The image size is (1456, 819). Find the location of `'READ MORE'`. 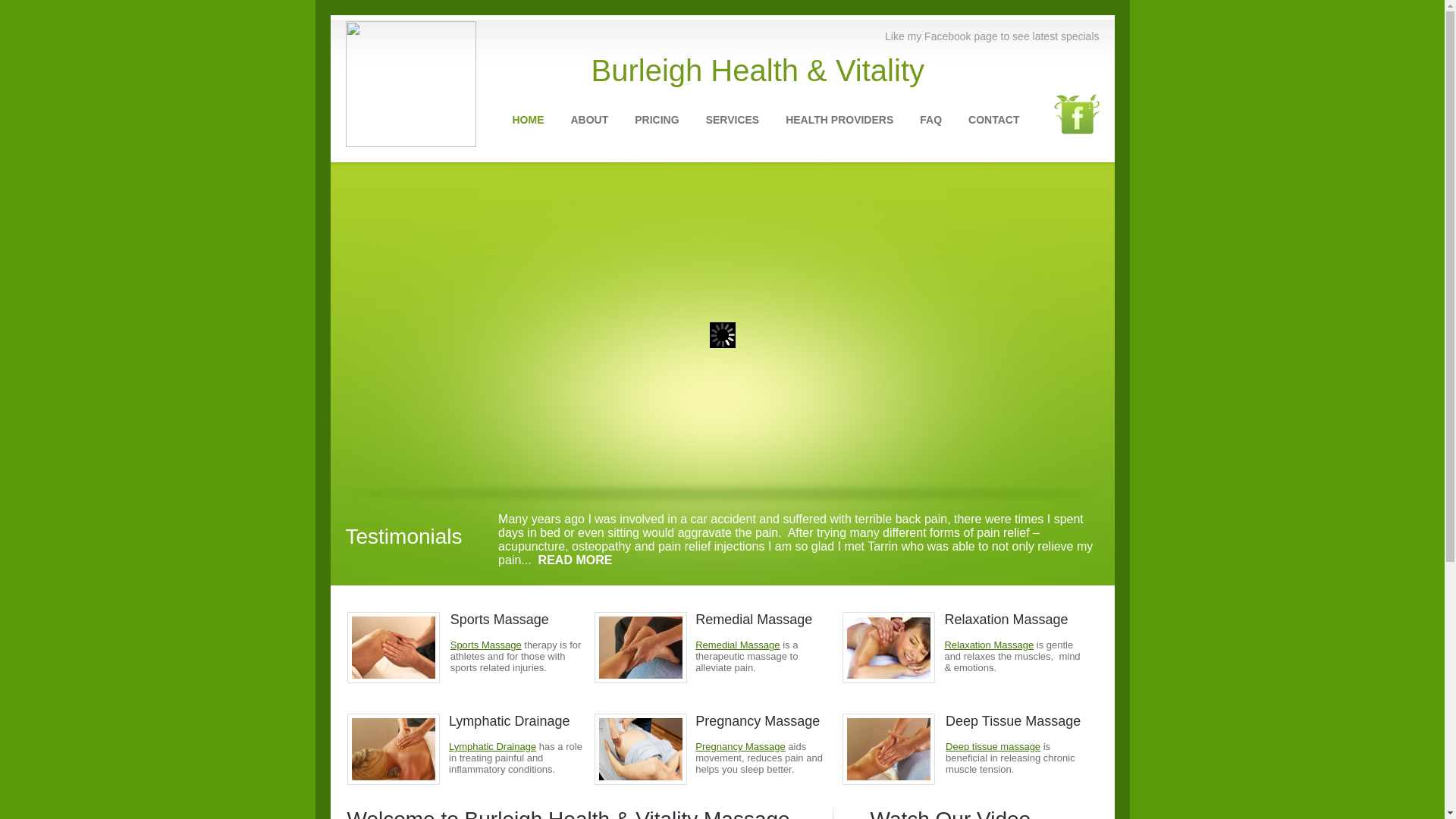

'READ MORE' is located at coordinates (574, 560).